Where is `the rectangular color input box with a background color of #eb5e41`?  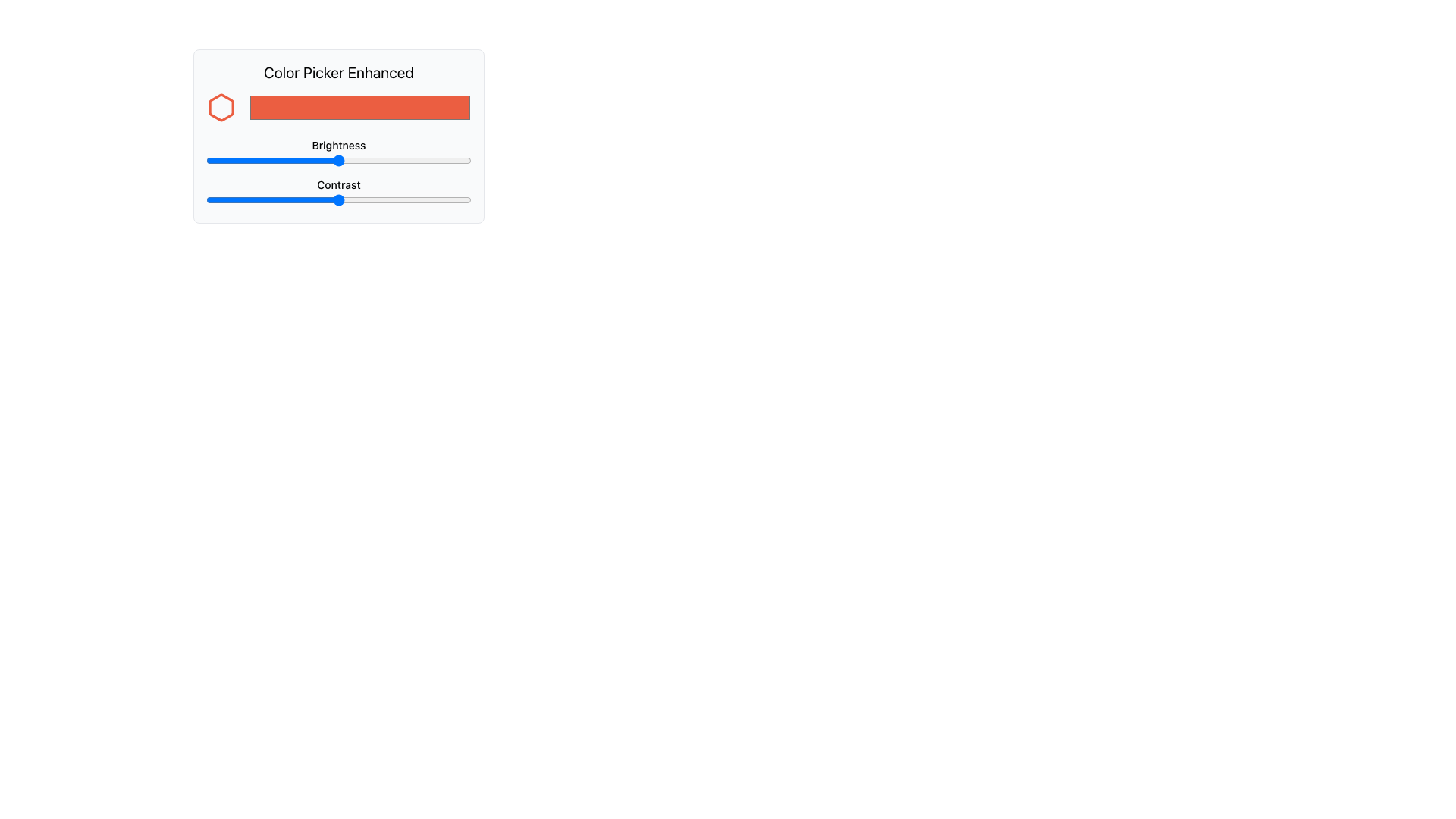 the rectangular color input box with a background color of #eb5e41 is located at coordinates (359, 107).